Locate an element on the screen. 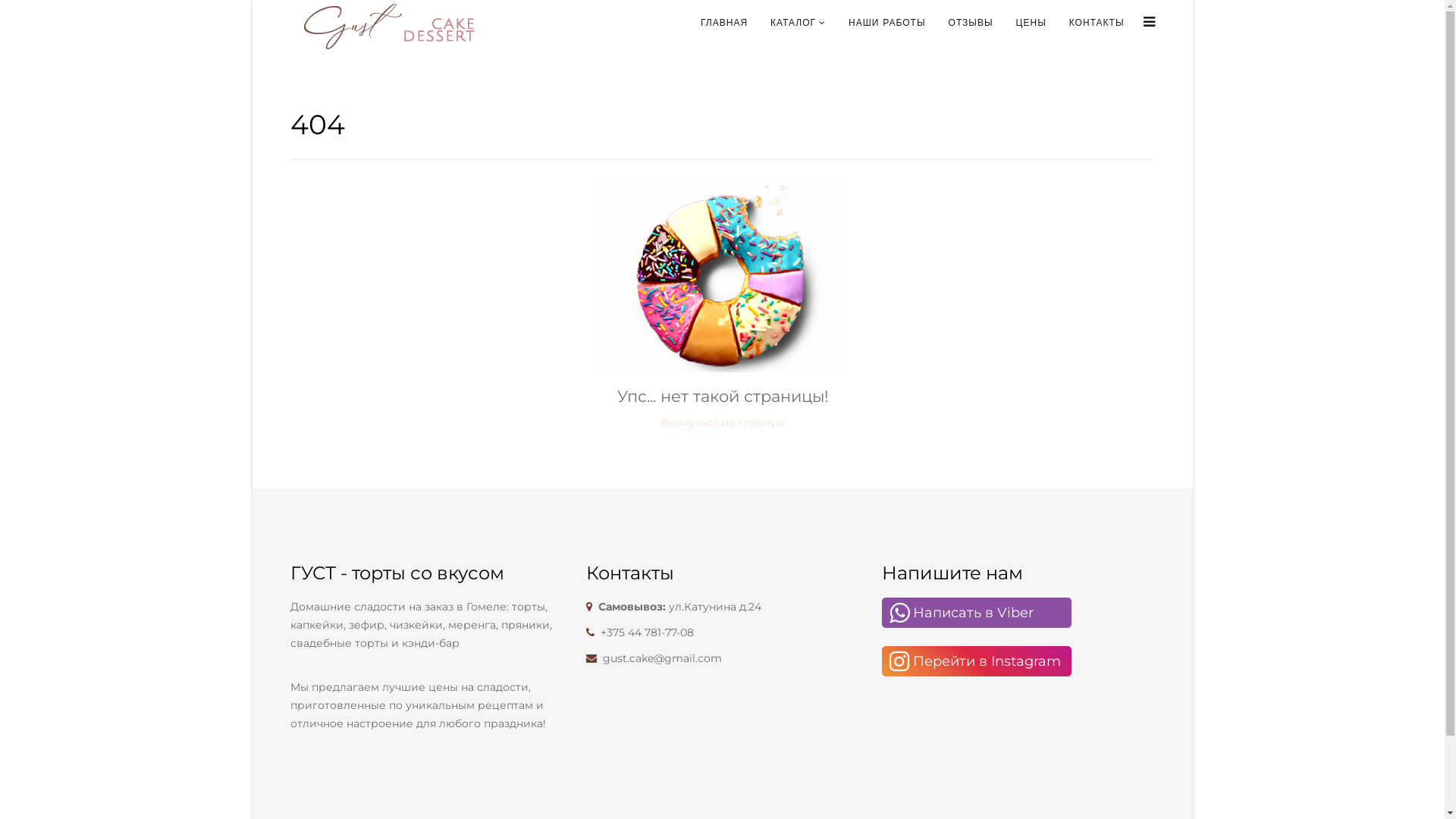 The height and width of the screenshot is (819, 1456). 'gust.cake@gmail.com' is located at coordinates (661, 657).